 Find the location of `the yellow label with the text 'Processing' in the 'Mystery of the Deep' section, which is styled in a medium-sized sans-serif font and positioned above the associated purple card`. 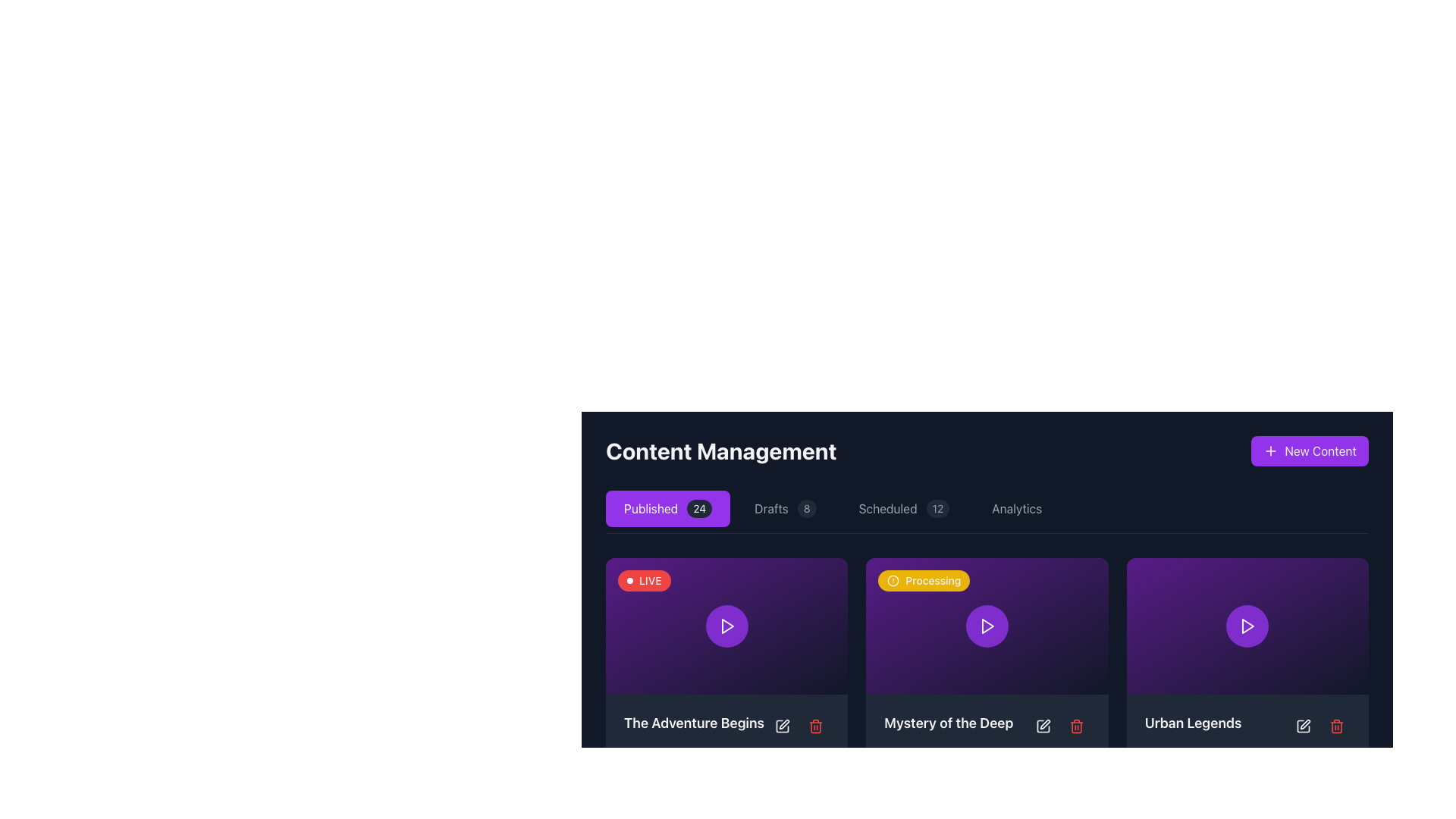

the yellow label with the text 'Processing' in the 'Mystery of the Deep' section, which is styled in a medium-sized sans-serif font and positioned above the associated purple card is located at coordinates (932, 580).